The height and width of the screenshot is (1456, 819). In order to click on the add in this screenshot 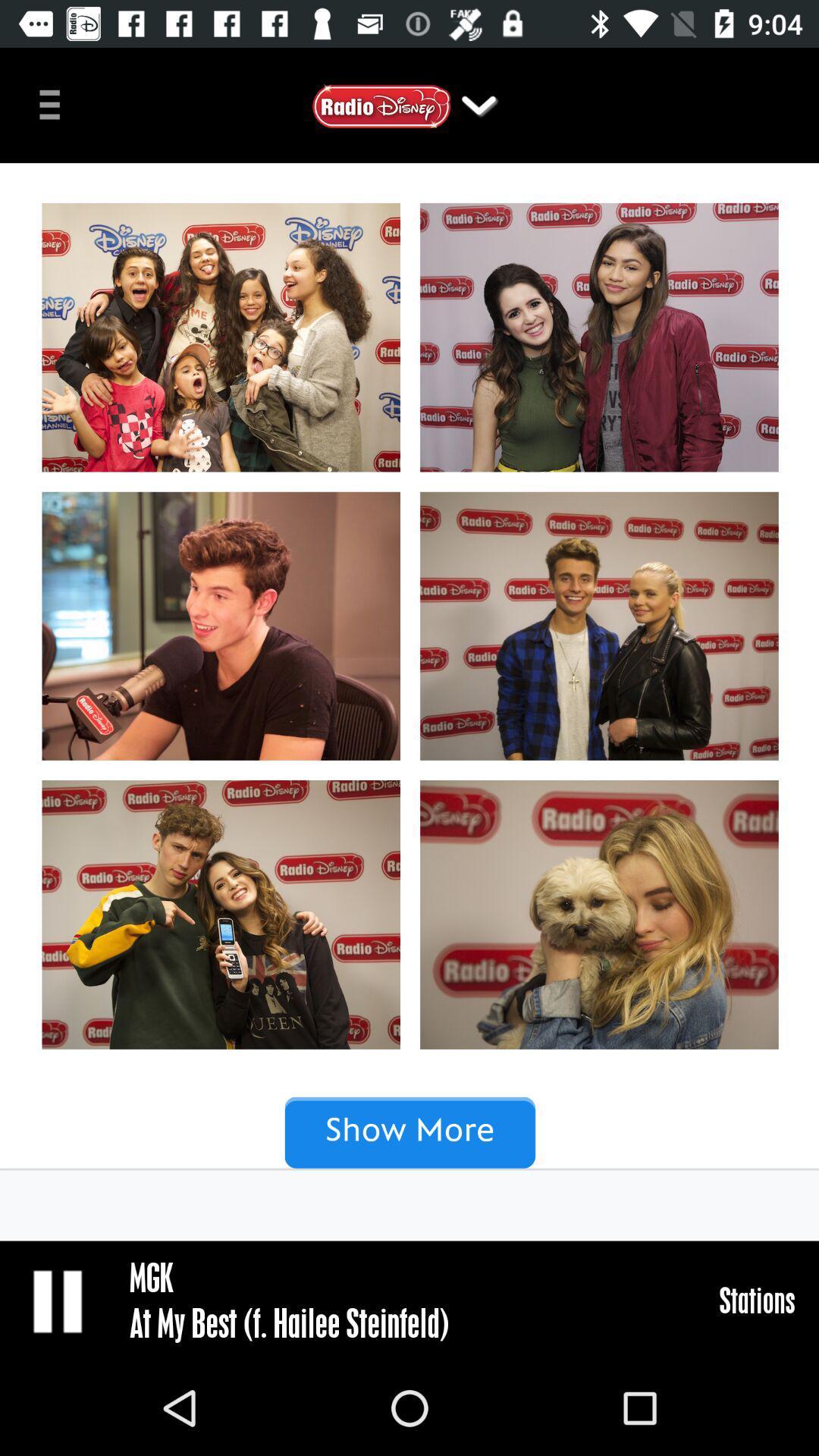, I will do `click(409, 701)`.